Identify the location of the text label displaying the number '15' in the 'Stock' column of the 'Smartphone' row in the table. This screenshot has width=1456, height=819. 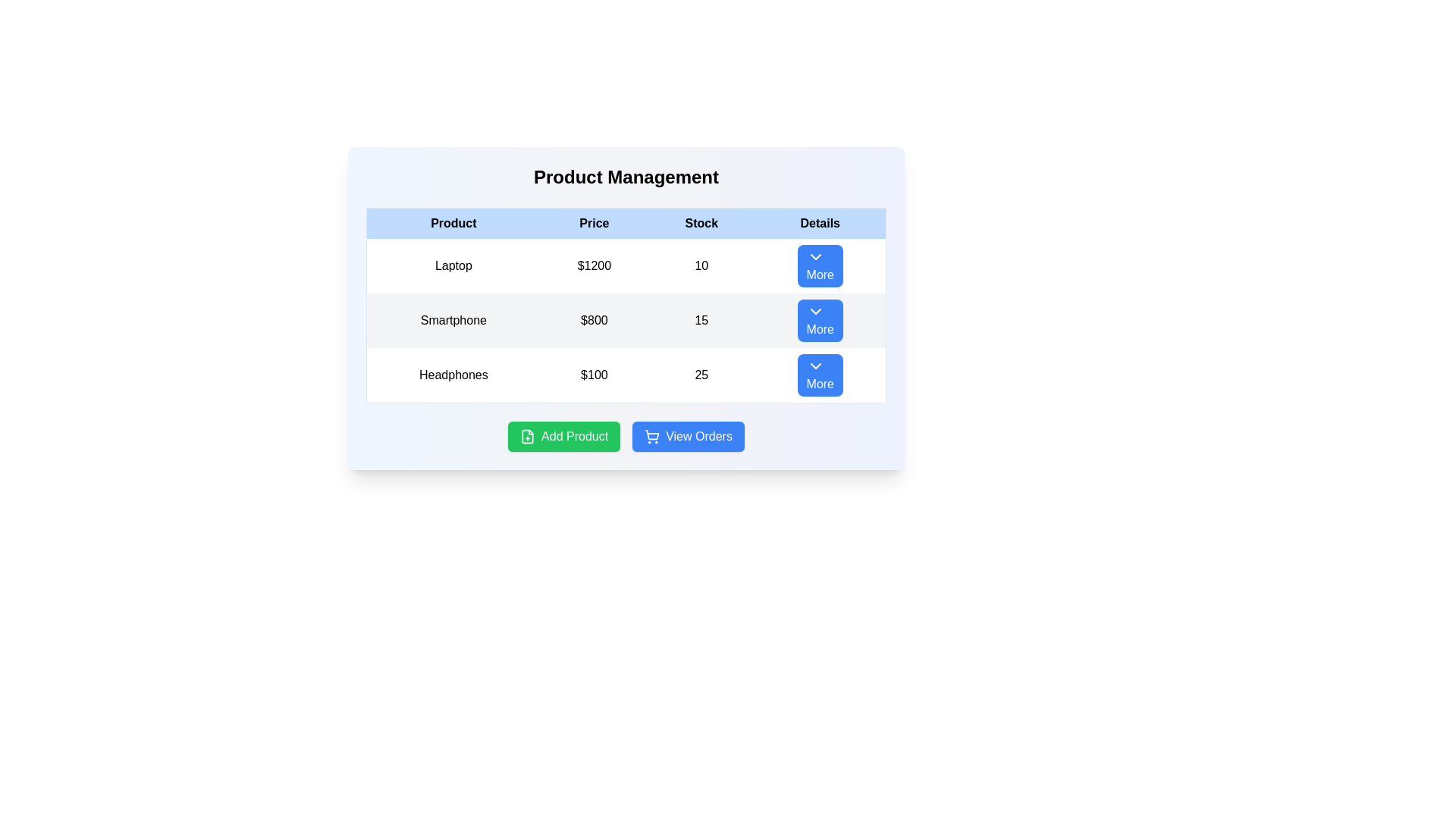
(701, 320).